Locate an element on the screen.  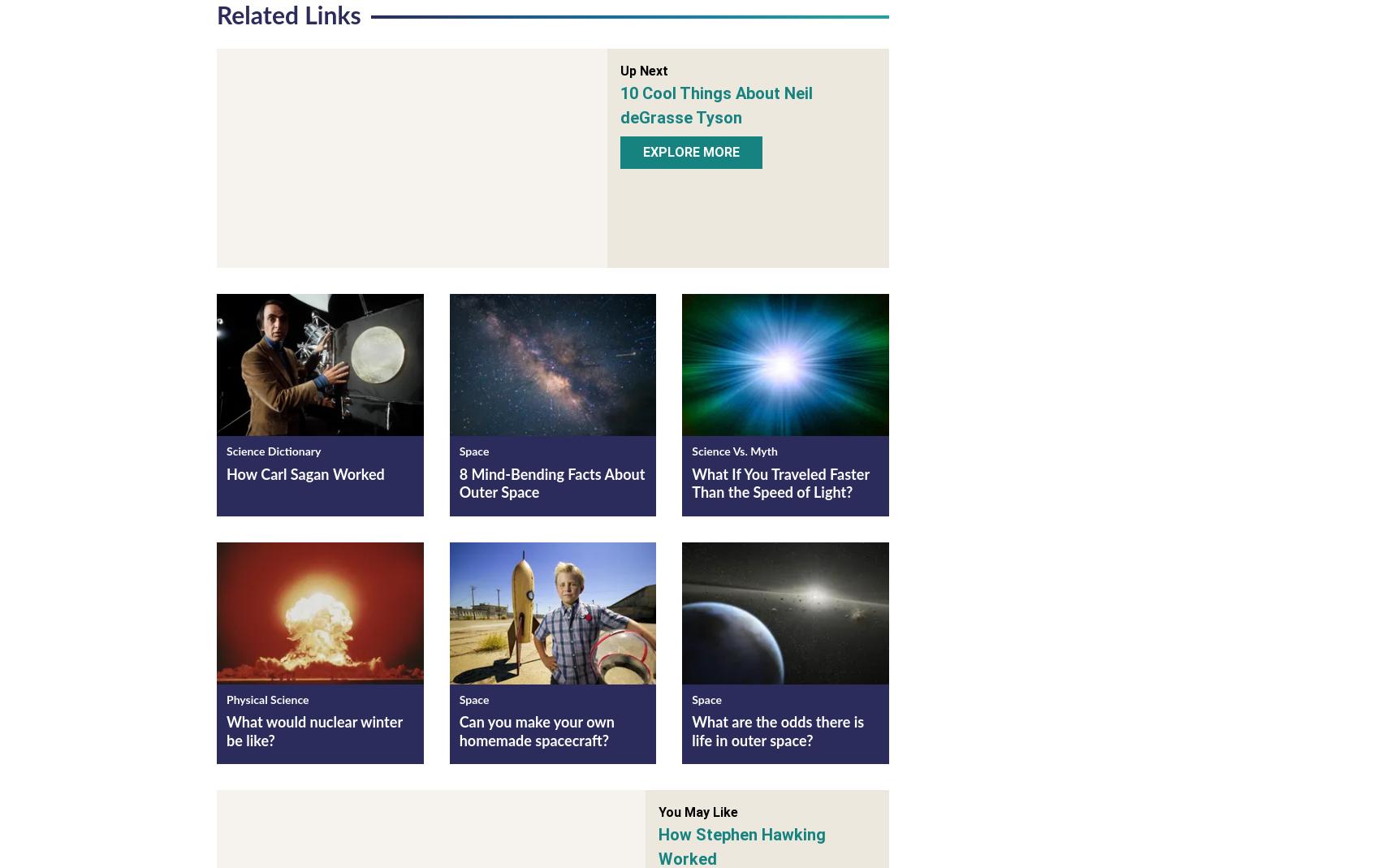
'How Carl Sagan Worked' is located at coordinates (304, 478).